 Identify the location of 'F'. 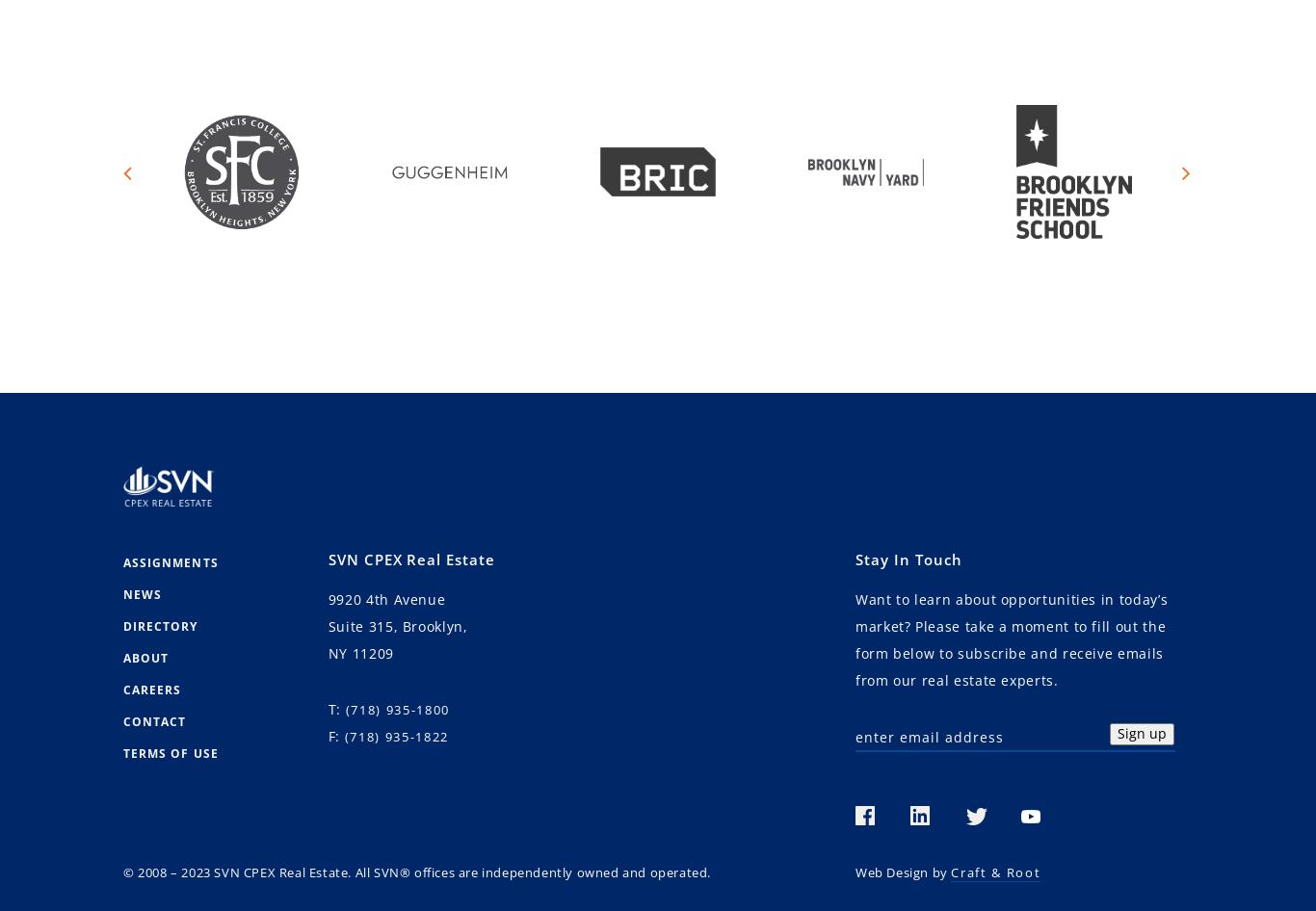
(329, 735).